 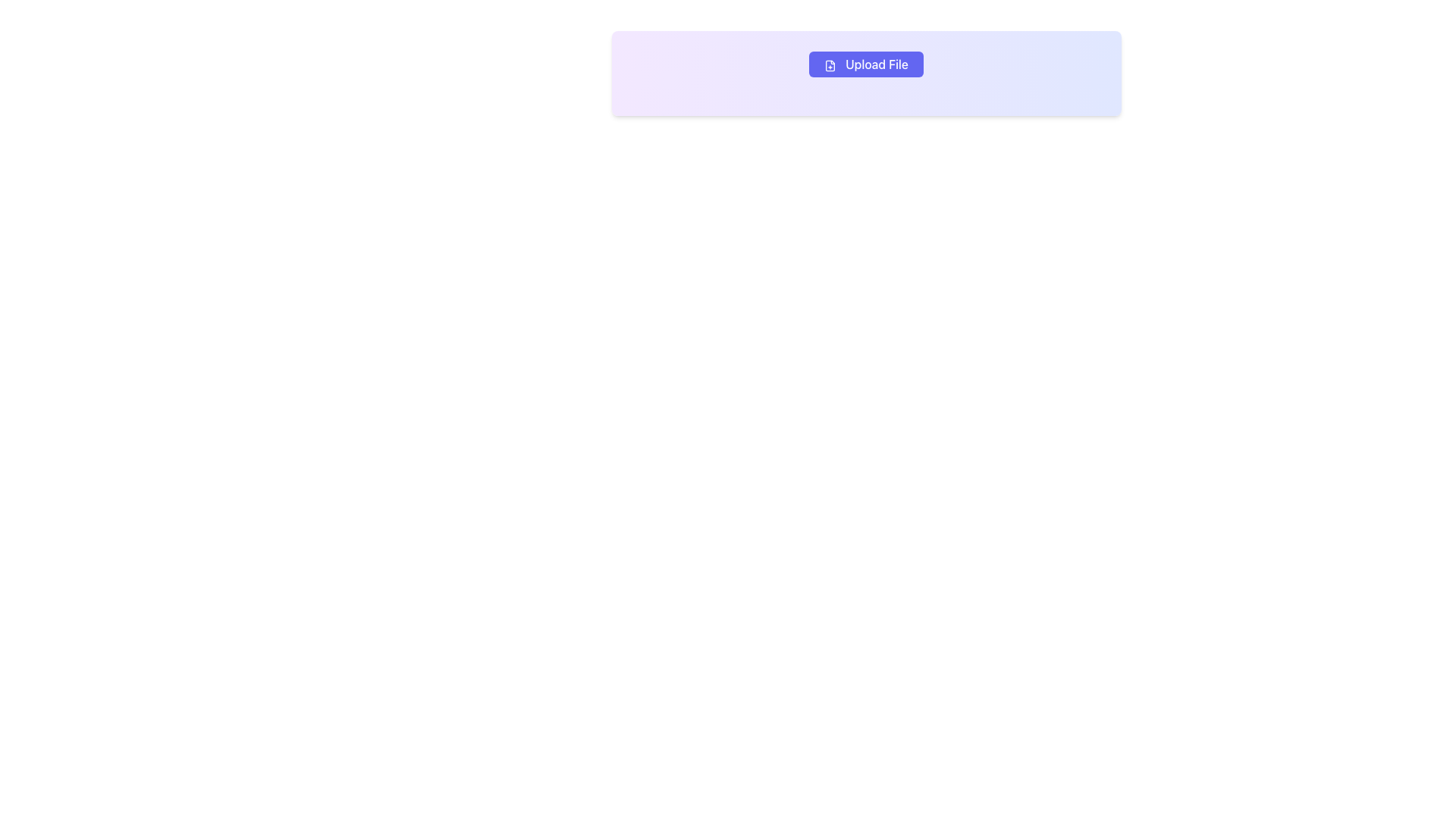 What do you see at coordinates (866, 63) in the screenshot?
I see `the 'Upload File' button with a gradient purple background and white text` at bounding box center [866, 63].